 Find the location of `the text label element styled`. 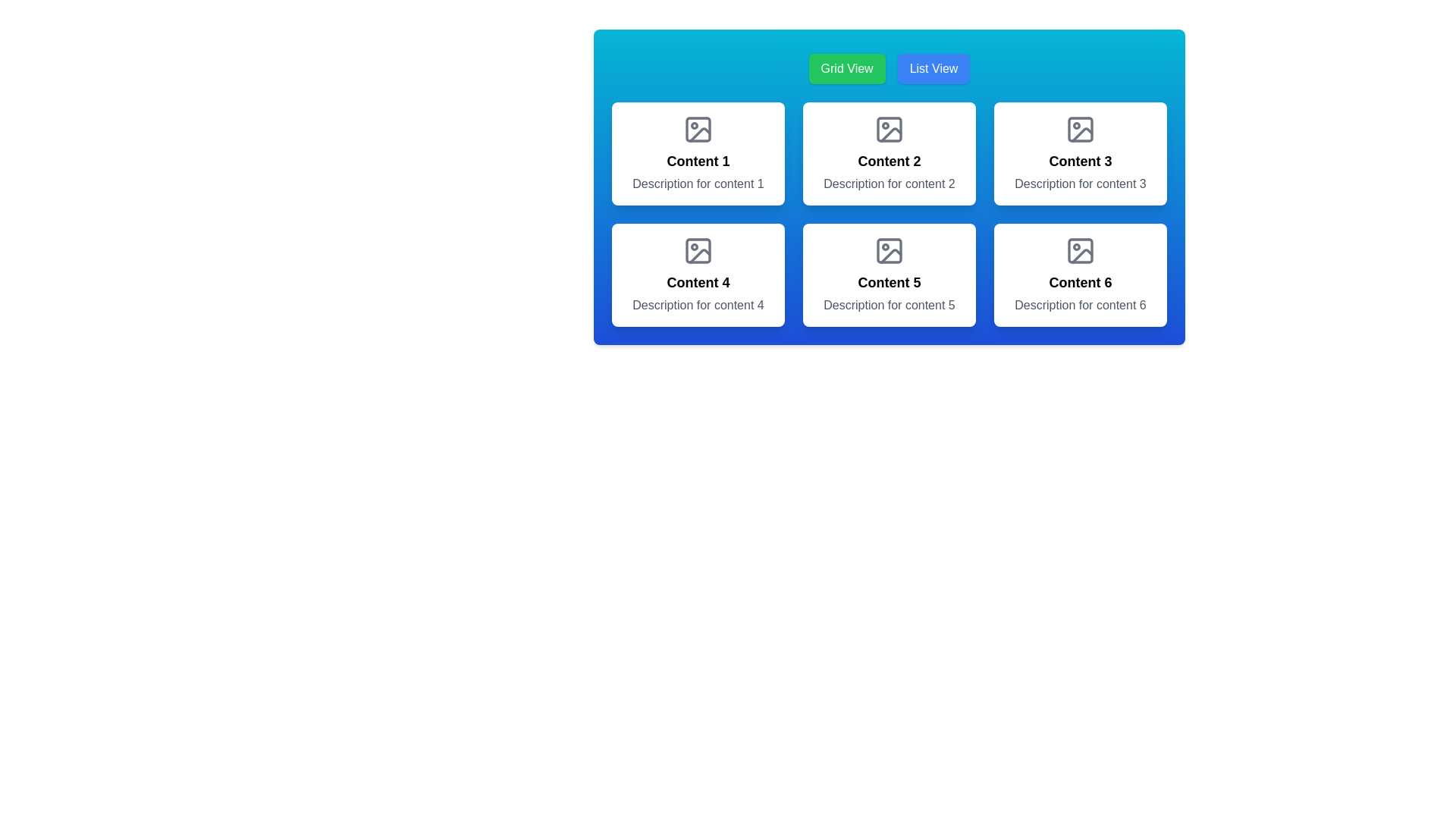

the text label element styled is located at coordinates (1080, 283).